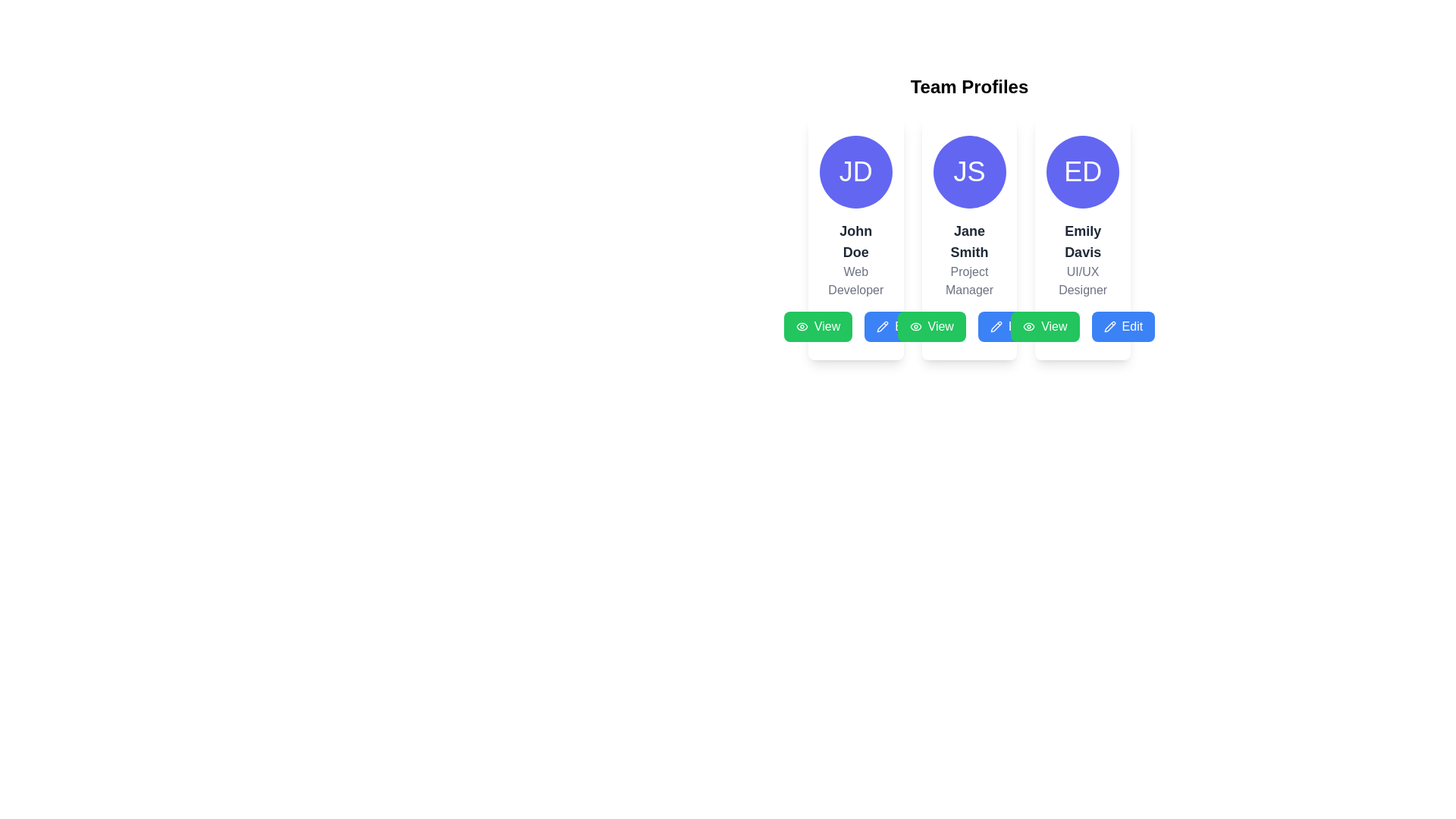  What do you see at coordinates (940, 326) in the screenshot?
I see `the 'View' text label, which is located within a green button with rounded corners and a slight drop shadow, positioned below the second profile titled 'Jane Smith'` at bounding box center [940, 326].